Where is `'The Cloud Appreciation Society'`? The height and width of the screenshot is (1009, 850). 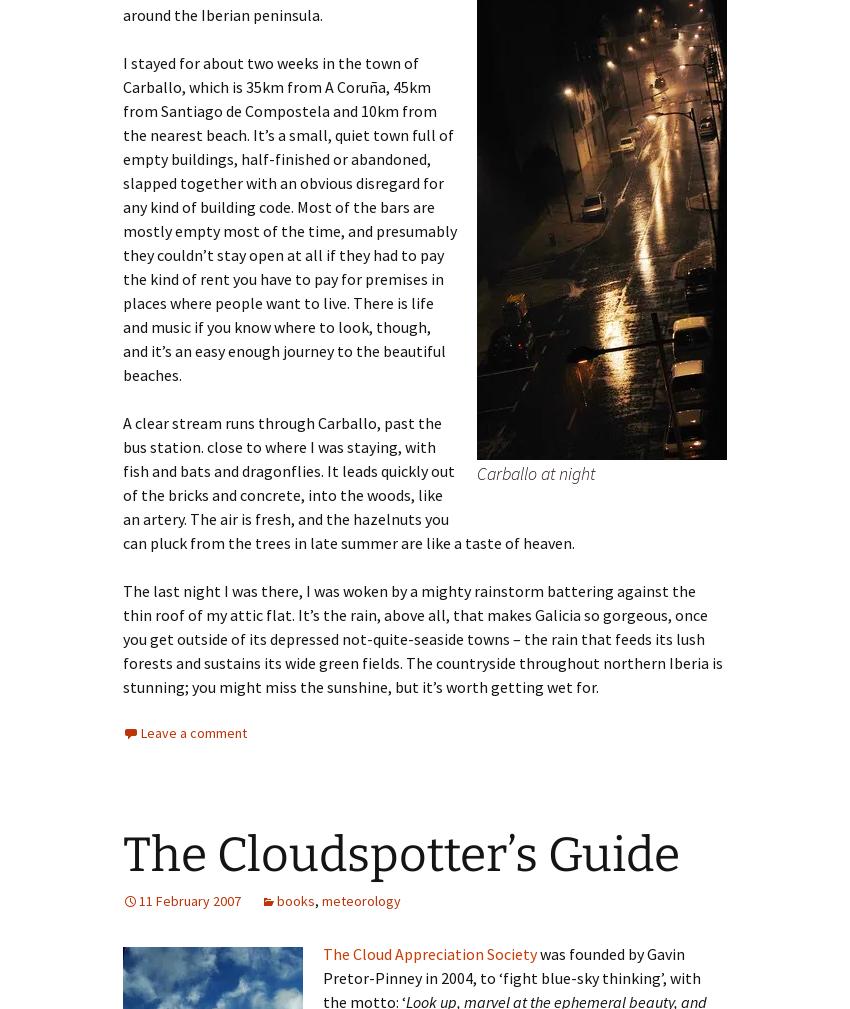
'The Cloud Appreciation Society' is located at coordinates (429, 954).